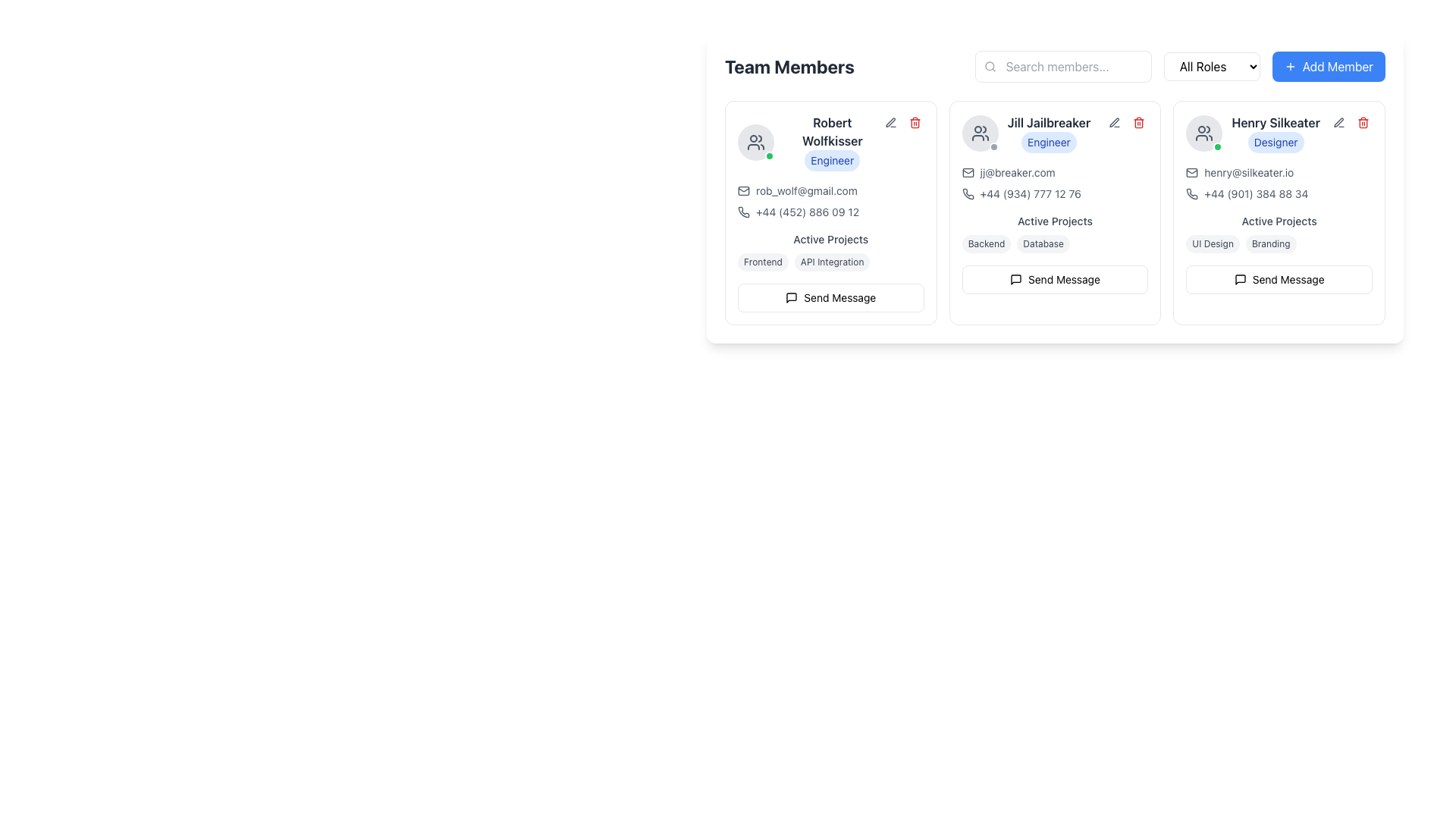 The image size is (1456, 819). I want to click on the Status Indicator located at the bottom-right corner of Henry Silkeater's circular profile image, so click(1218, 146).